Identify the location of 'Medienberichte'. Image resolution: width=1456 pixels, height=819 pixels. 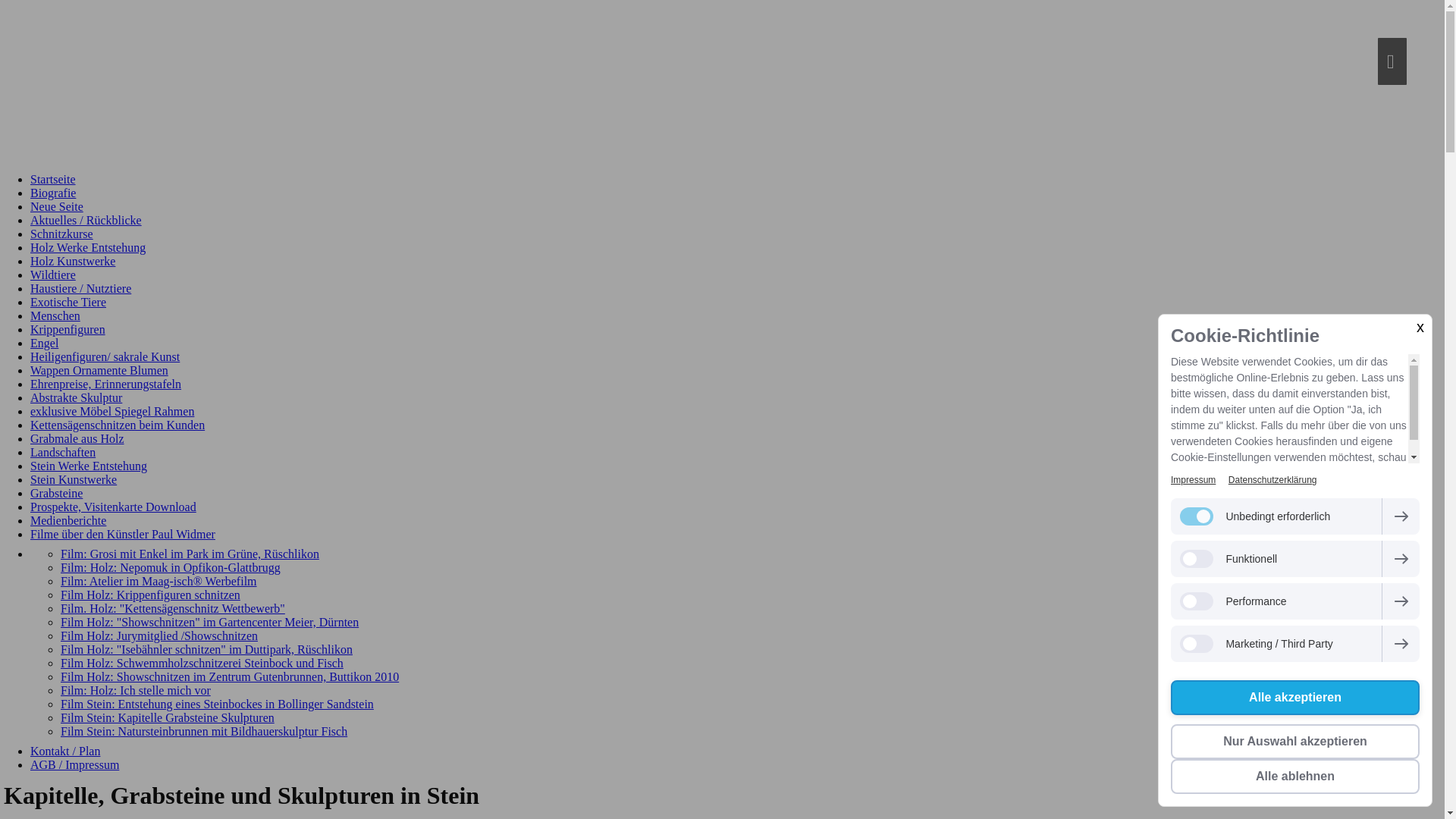
(30, 519).